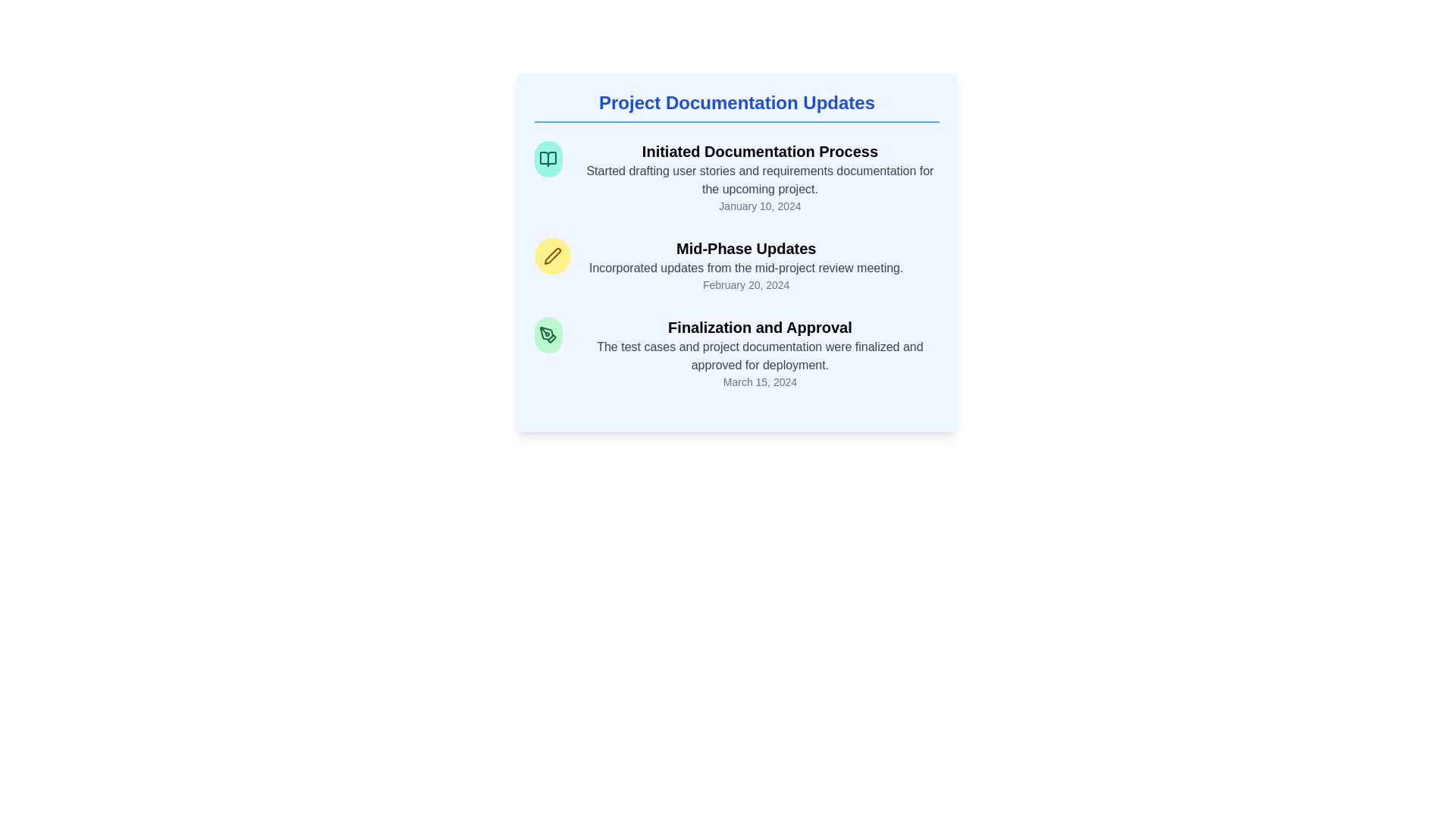 The image size is (1456, 819). Describe the element at coordinates (551, 338) in the screenshot. I see `the small green circular graphic with a darker green border, which is the third icon in the list under 'Finalization and Approval.'` at that location.